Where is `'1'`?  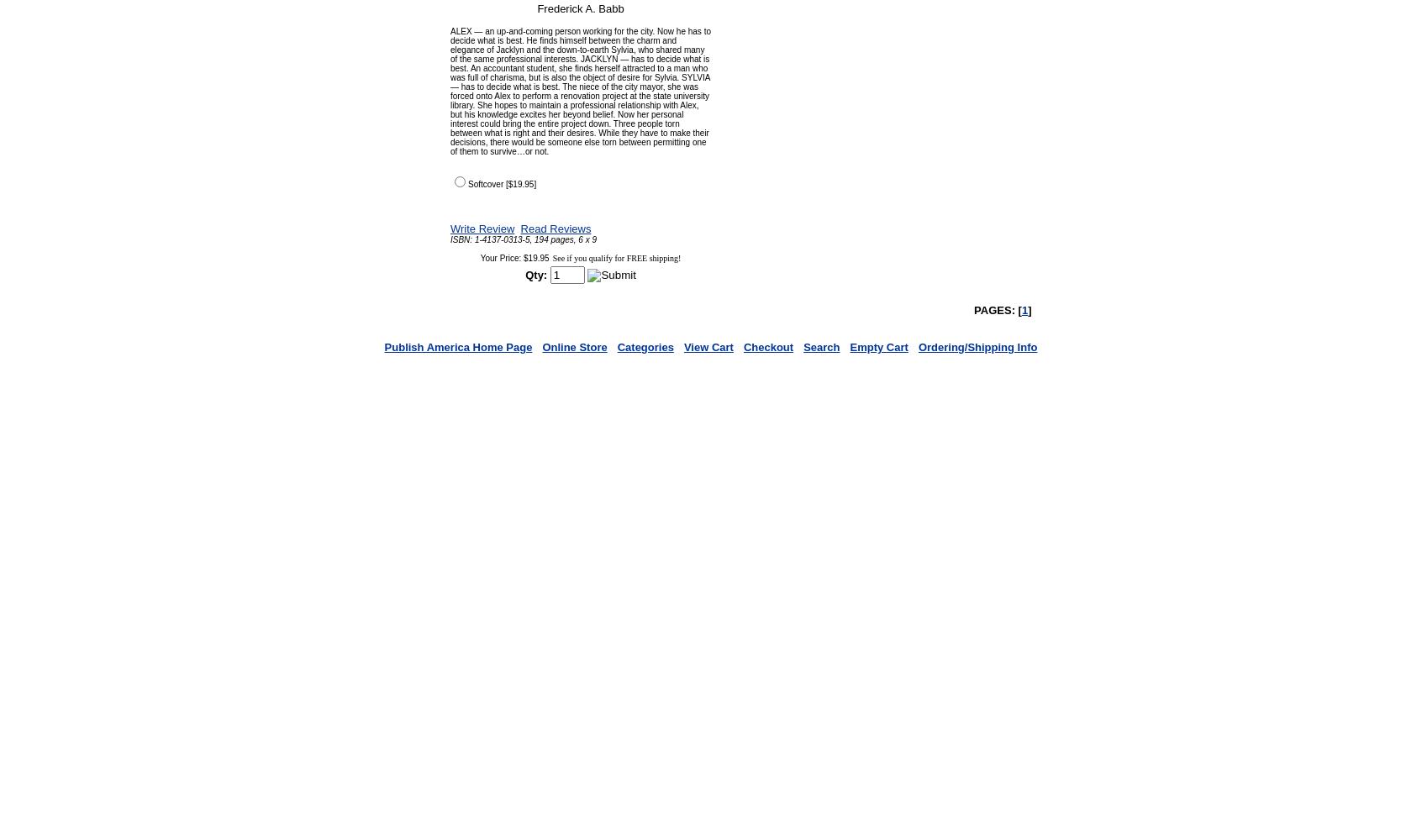
'1' is located at coordinates (1021, 309).